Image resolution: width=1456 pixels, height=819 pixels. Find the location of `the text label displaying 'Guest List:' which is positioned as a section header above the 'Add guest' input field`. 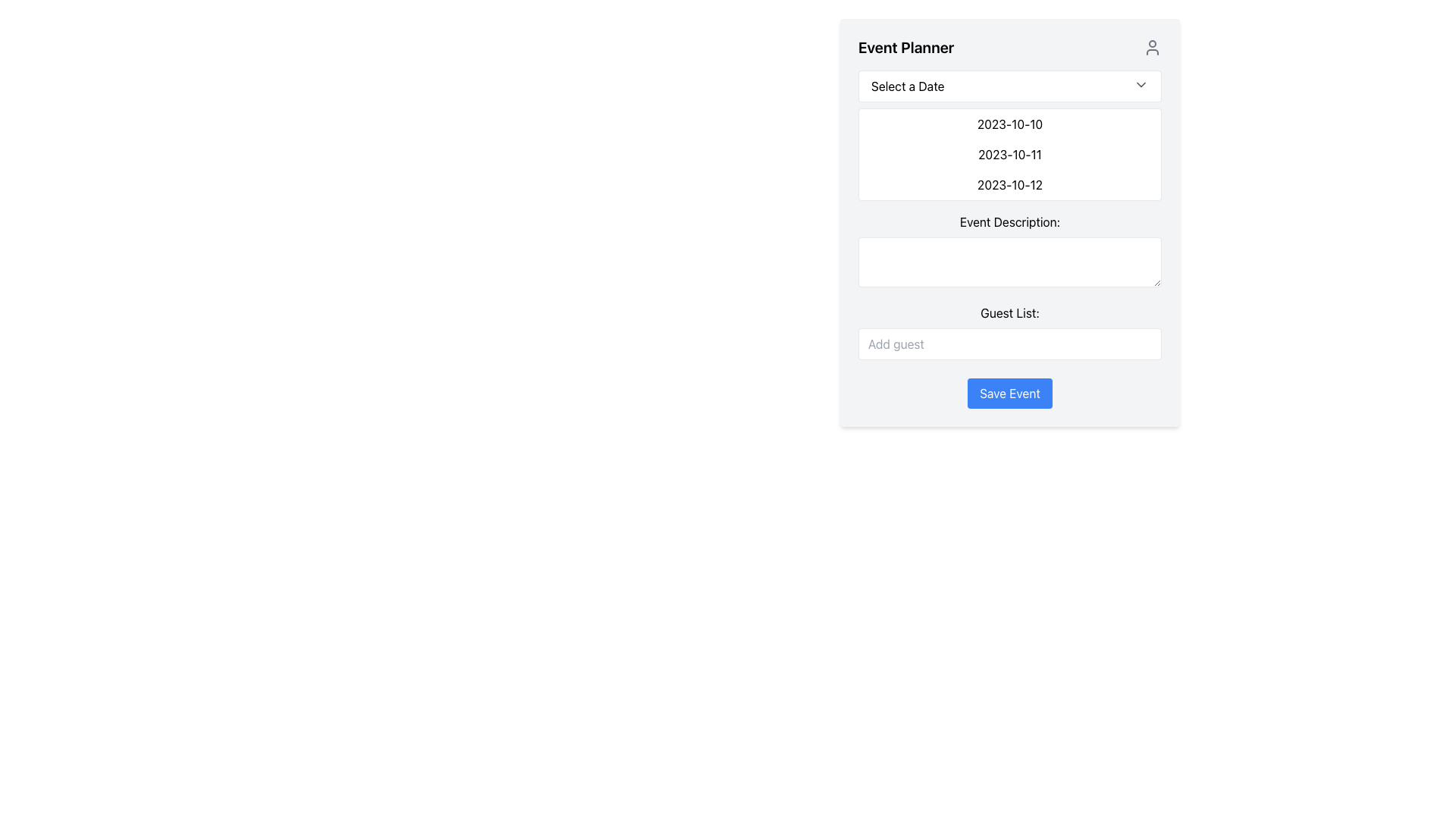

the text label displaying 'Guest List:' which is positioned as a section header above the 'Add guest' input field is located at coordinates (1009, 312).